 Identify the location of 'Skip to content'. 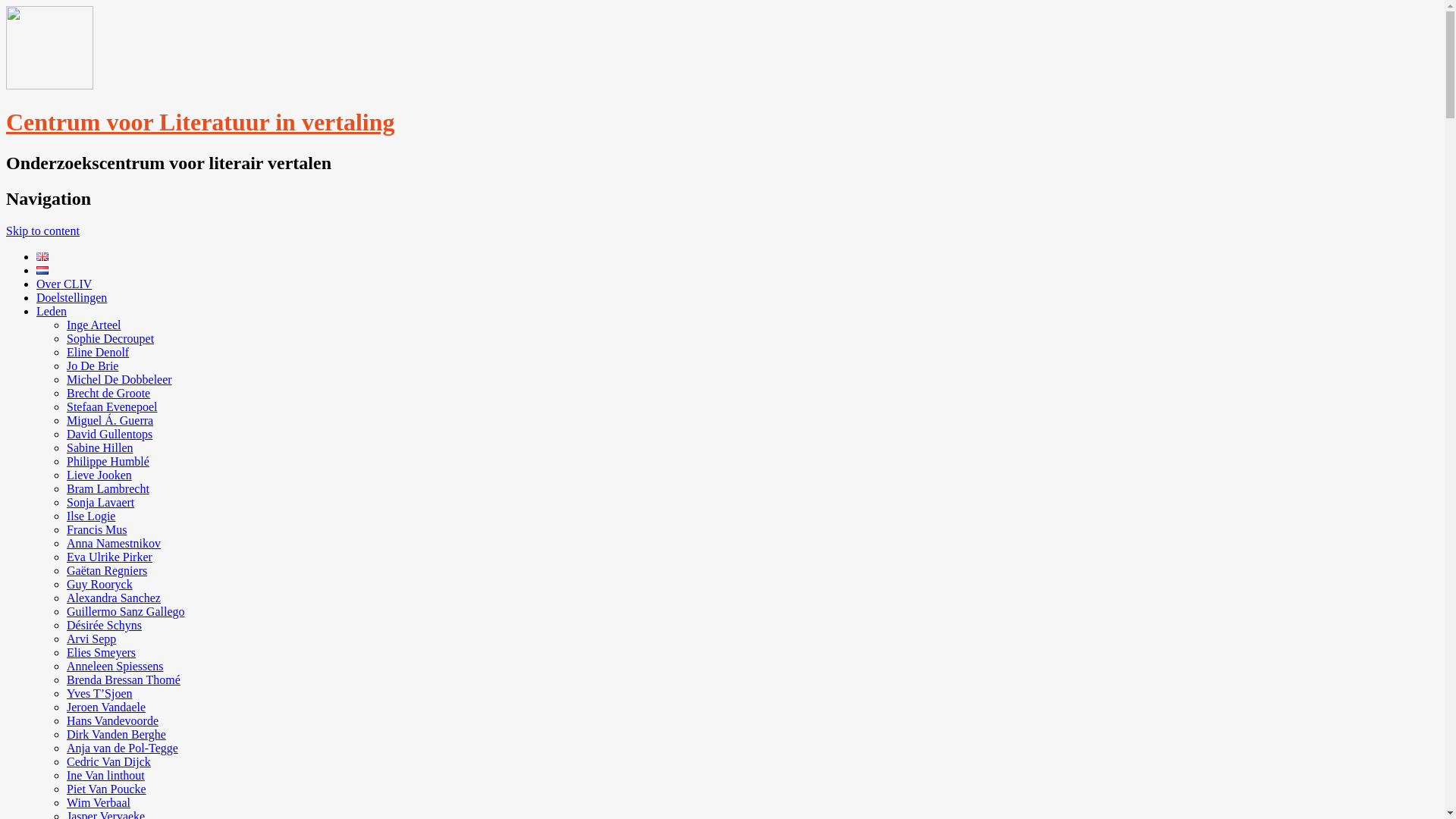
(42, 231).